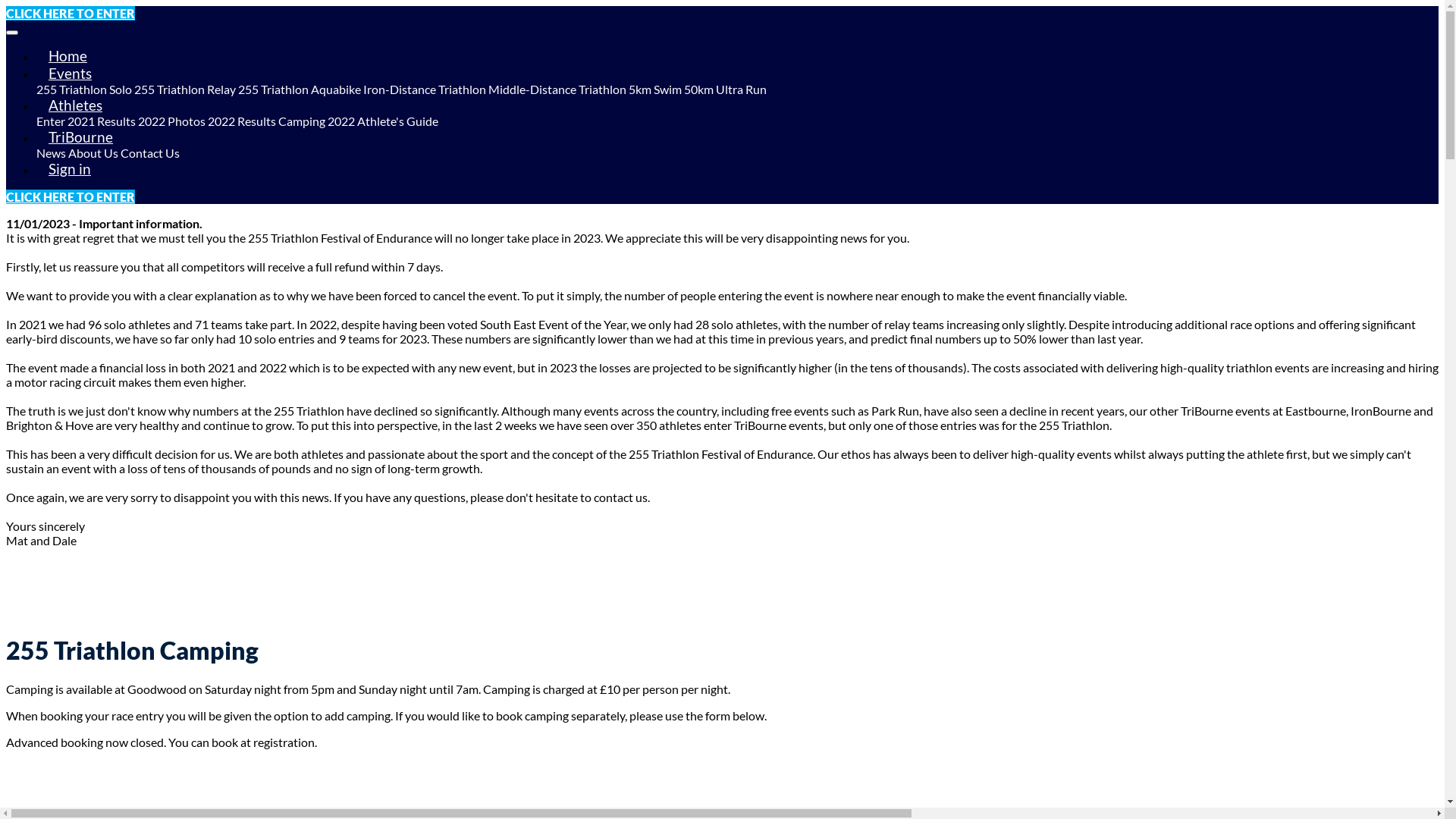  Describe the element at coordinates (724, 89) in the screenshot. I see `'50km Ultra Run'` at that location.